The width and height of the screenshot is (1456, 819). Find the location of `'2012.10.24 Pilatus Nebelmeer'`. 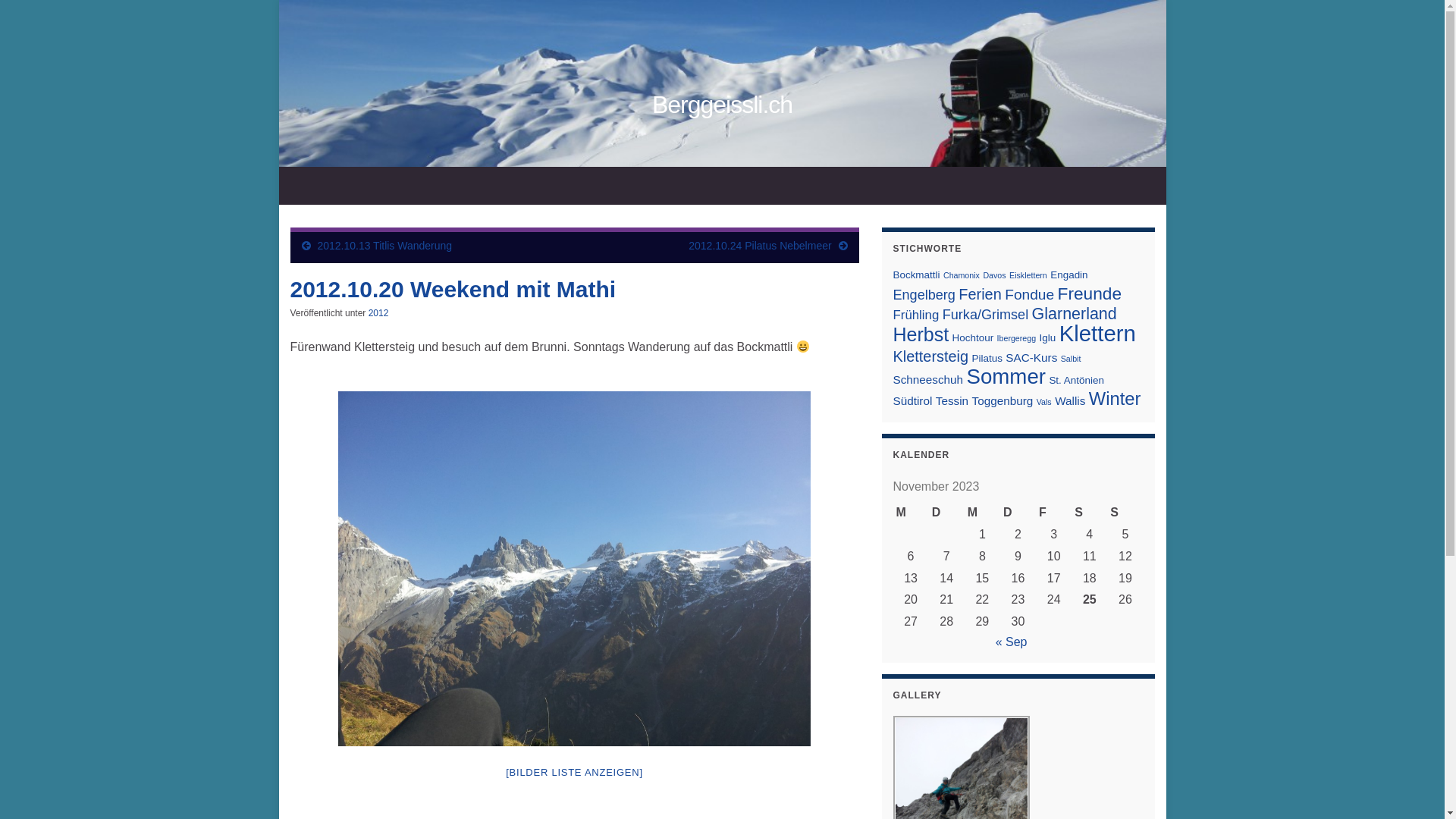

'2012.10.24 Pilatus Nebelmeer' is located at coordinates (687, 245).